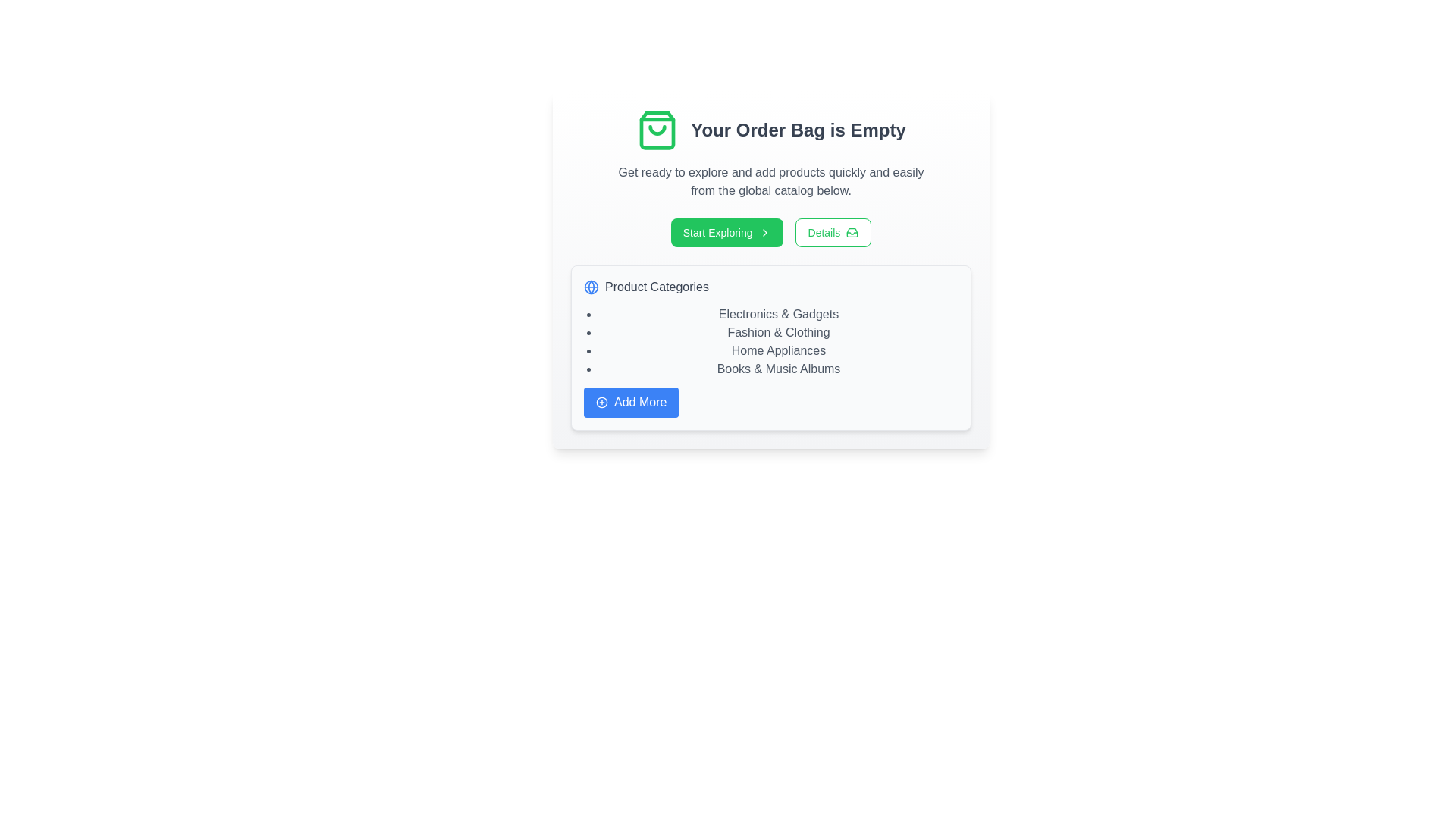 The height and width of the screenshot is (819, 1456). What do you see at coordinates (771, 233) in the screenshot?
I see `the small rightward arrow icon located within the green rectangular 'Start Exploring' button, which has a green background and white text` at bounding box center [771, 233].